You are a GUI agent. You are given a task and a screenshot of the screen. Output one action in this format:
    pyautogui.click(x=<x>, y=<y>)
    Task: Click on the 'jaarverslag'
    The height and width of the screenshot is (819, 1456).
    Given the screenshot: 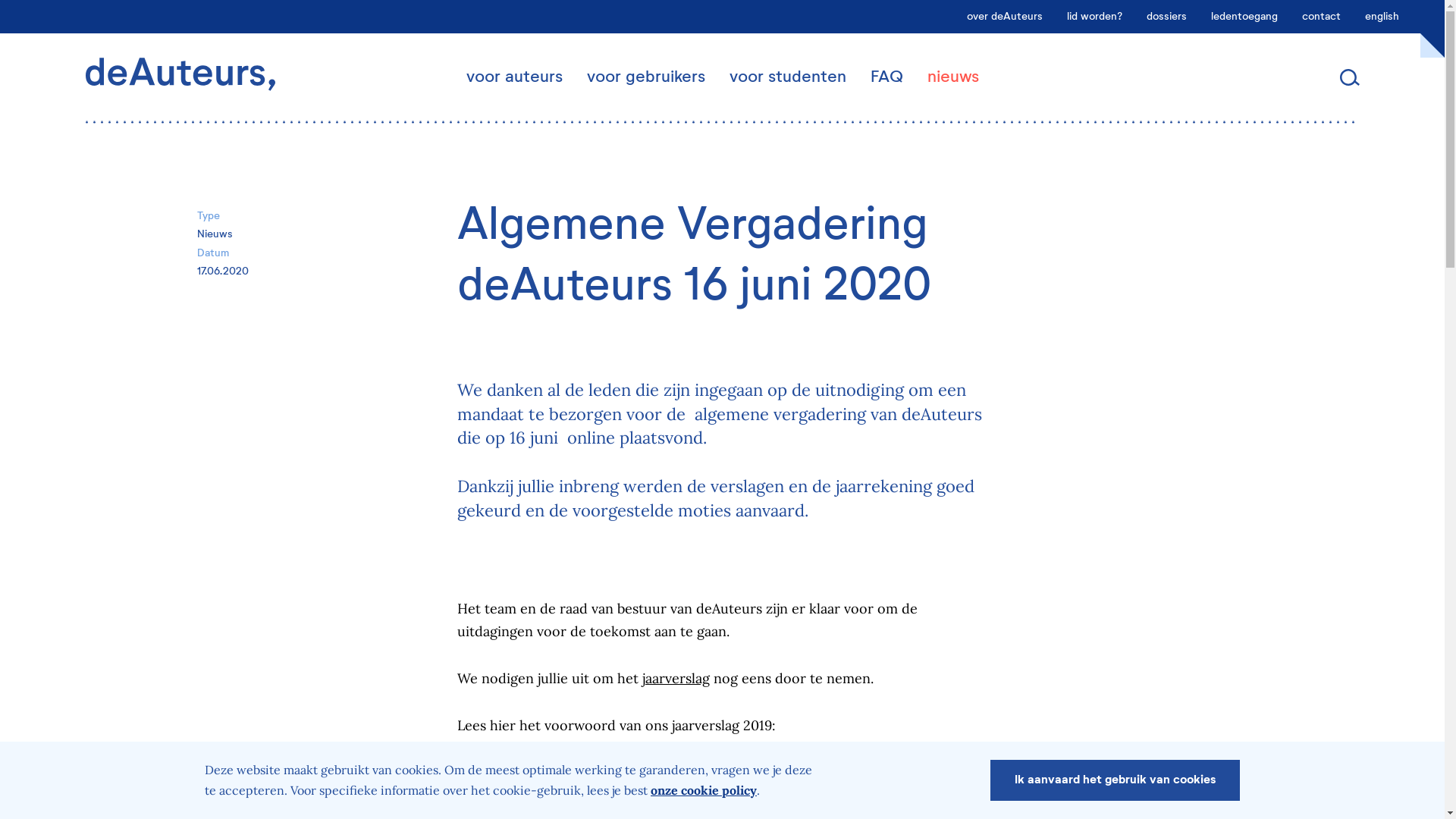 What is the action you would take?
    pyautogui.click(x=674, y=677)
    